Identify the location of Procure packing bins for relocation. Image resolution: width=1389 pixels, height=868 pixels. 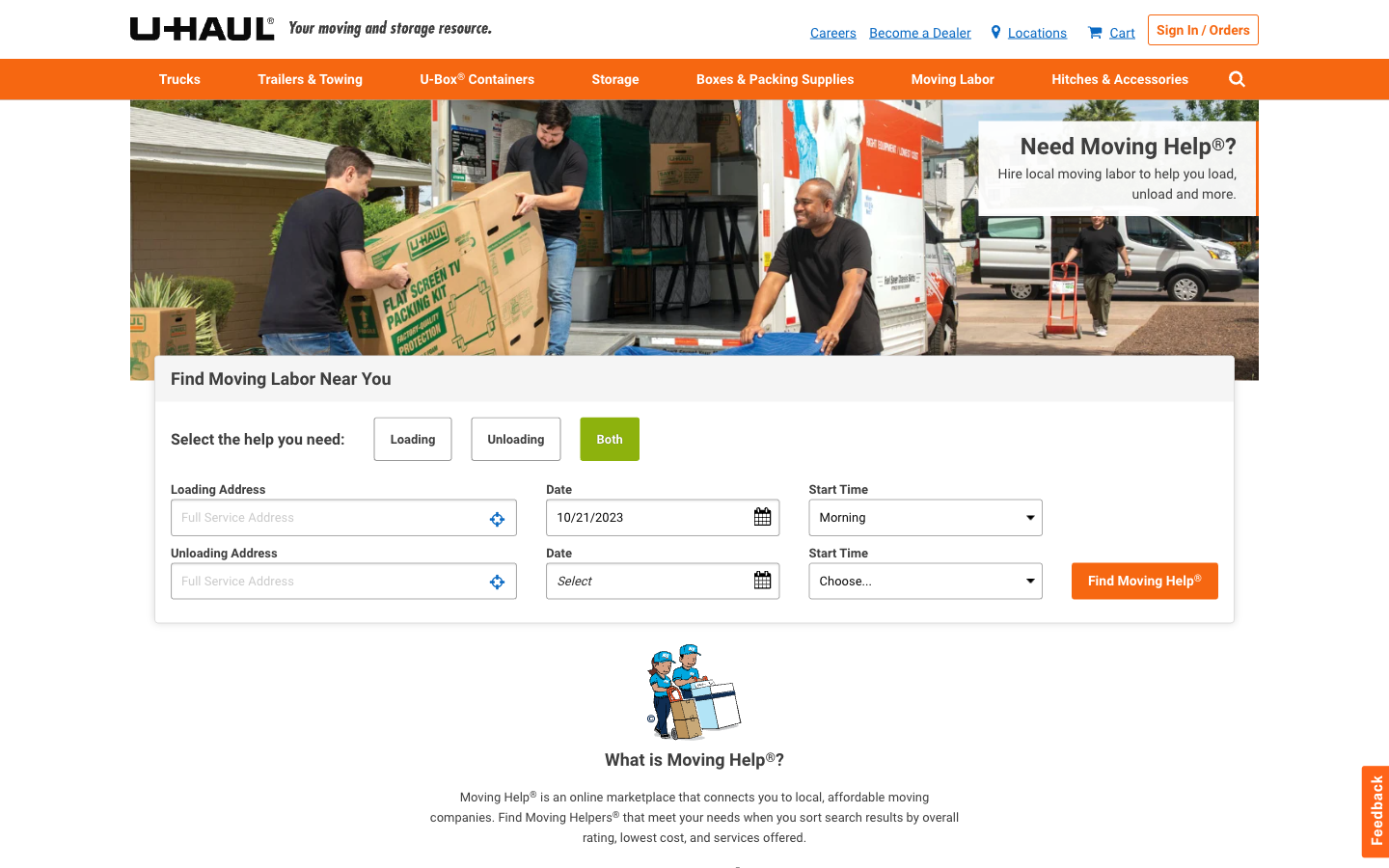
(477, 77).